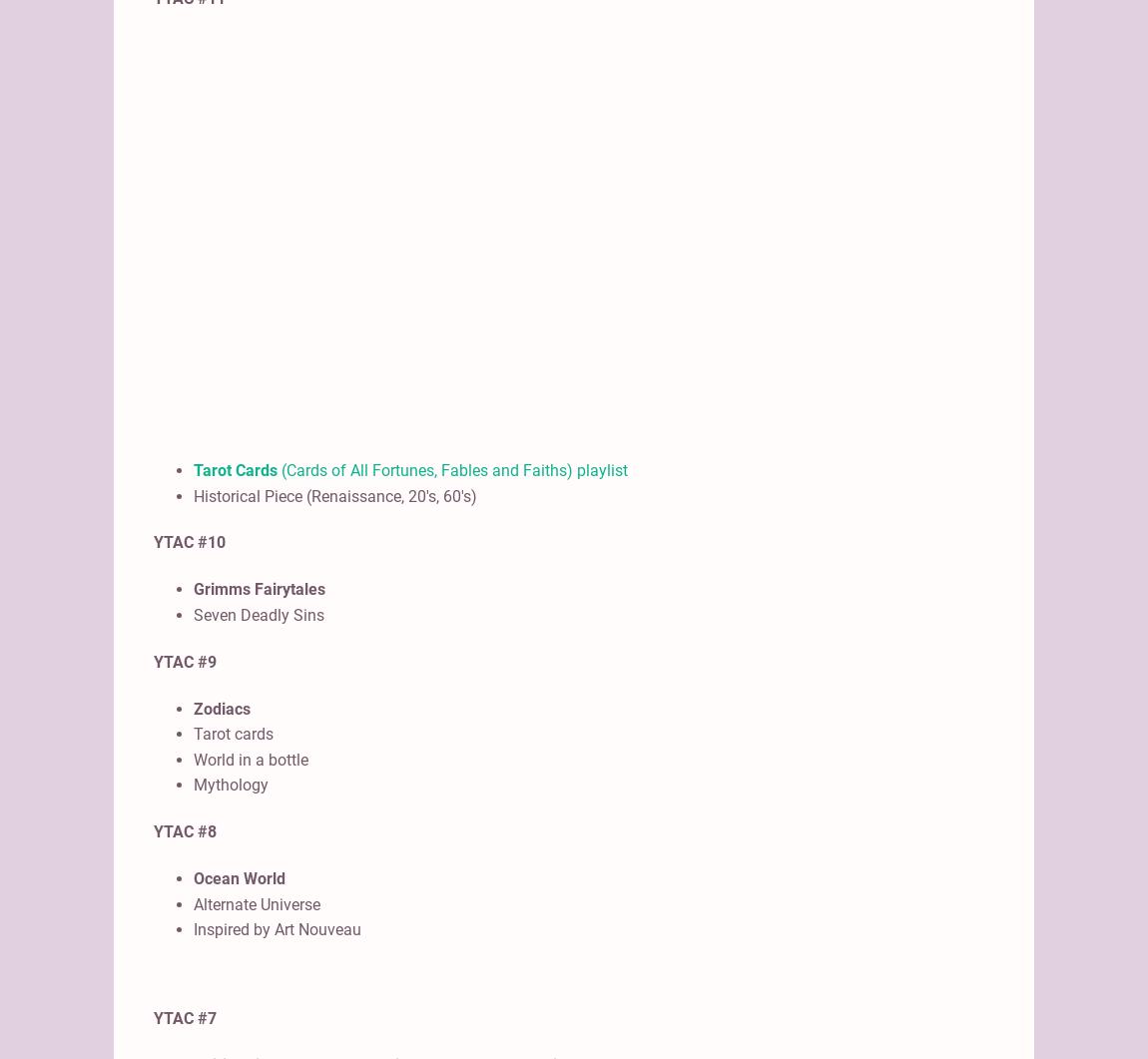 Image resolution: width=1148 pixels, height=1059 pixels. What do you see at coordinates (152, 660) in the screenshot?
I see `'YTAC #9'` at bounding box center [152, 660].